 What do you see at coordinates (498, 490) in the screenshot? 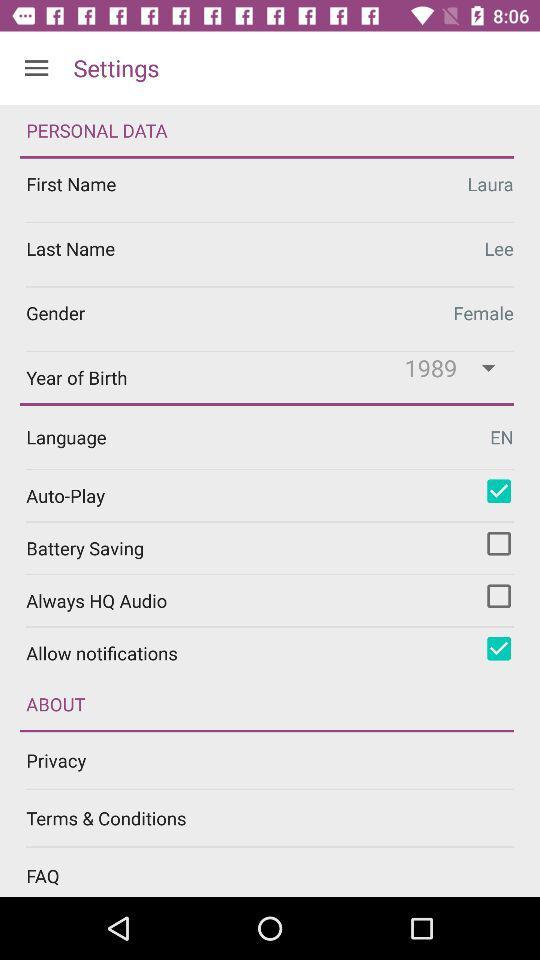
I see `auto-play setting` at bounding box center [498, 490].